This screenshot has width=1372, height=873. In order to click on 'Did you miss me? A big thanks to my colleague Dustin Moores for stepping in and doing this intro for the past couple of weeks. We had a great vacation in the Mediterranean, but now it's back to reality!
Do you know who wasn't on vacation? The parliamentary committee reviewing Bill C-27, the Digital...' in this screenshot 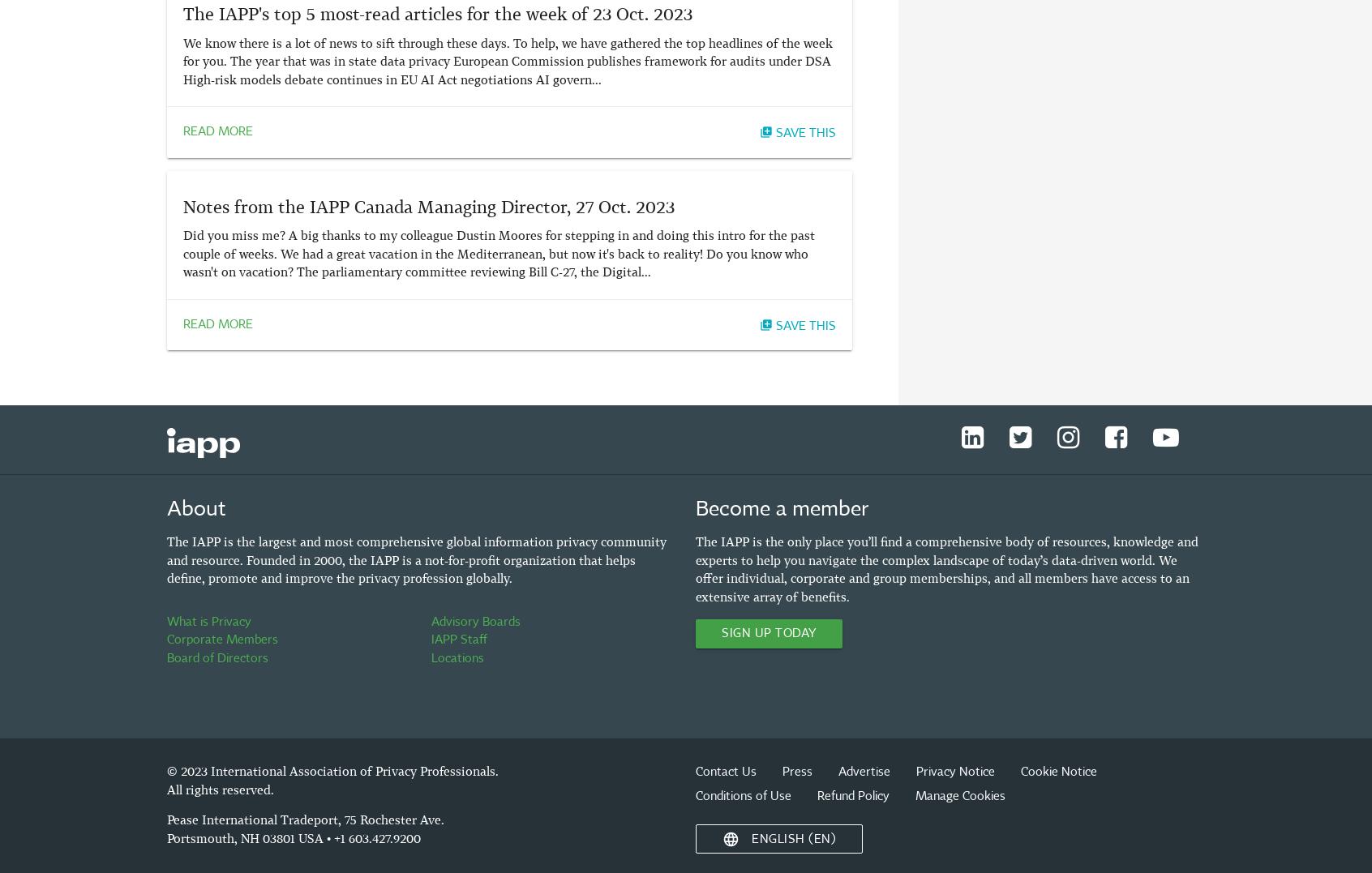, I will do `click(498, 255)`.